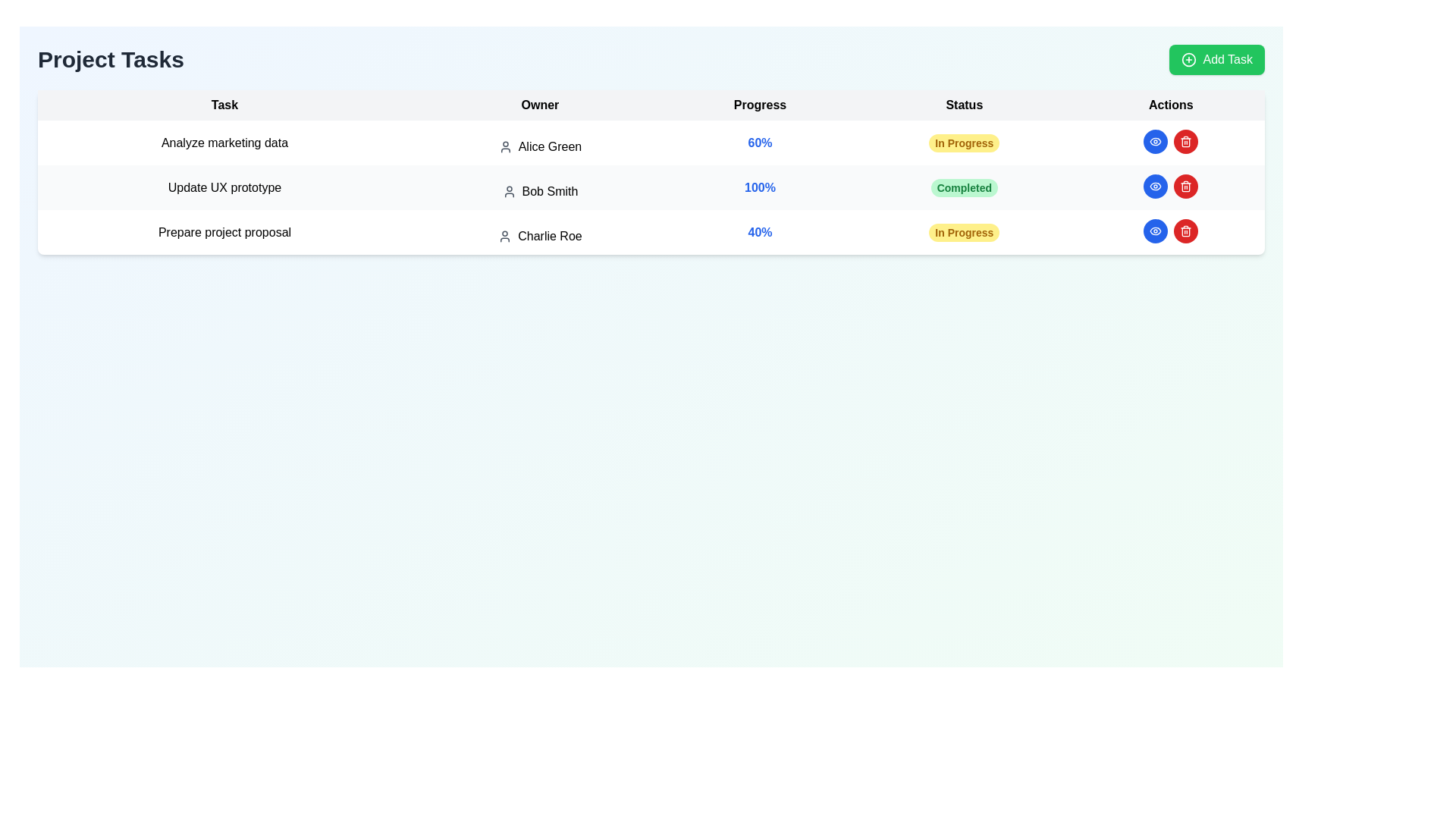  Describe the element at coordinates (760, 232) in the screenshot. I see `progression information displayed in the Progress indicator showing '40%' in bold blue font, located in the third row of the table under the 'Progress' column` at that location.